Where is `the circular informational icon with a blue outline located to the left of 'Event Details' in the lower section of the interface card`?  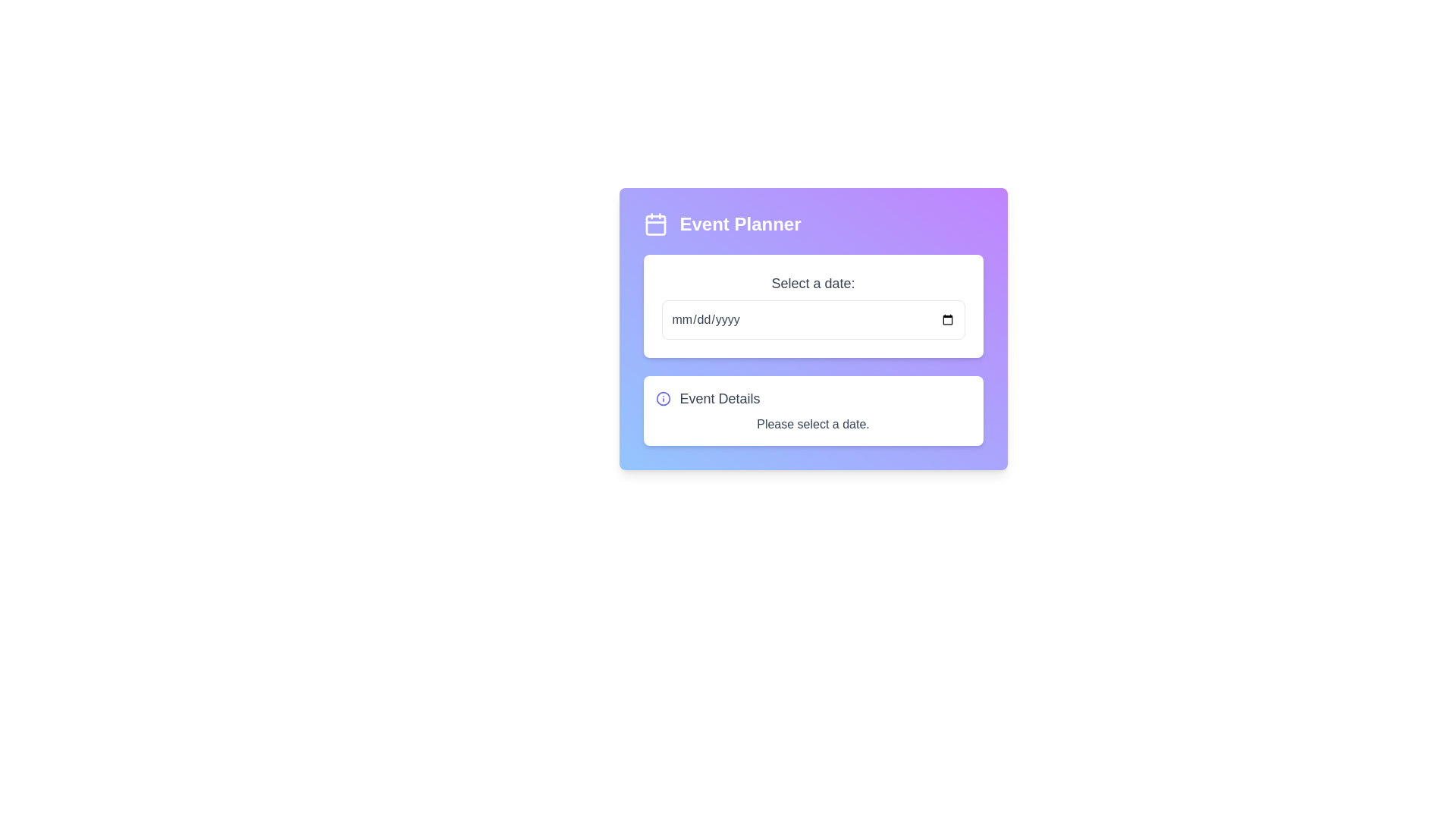
the circular informational icon with a blue outline located to the left of 'Event Details' in the lower section of the interface card is located at coordinates (663, 397).